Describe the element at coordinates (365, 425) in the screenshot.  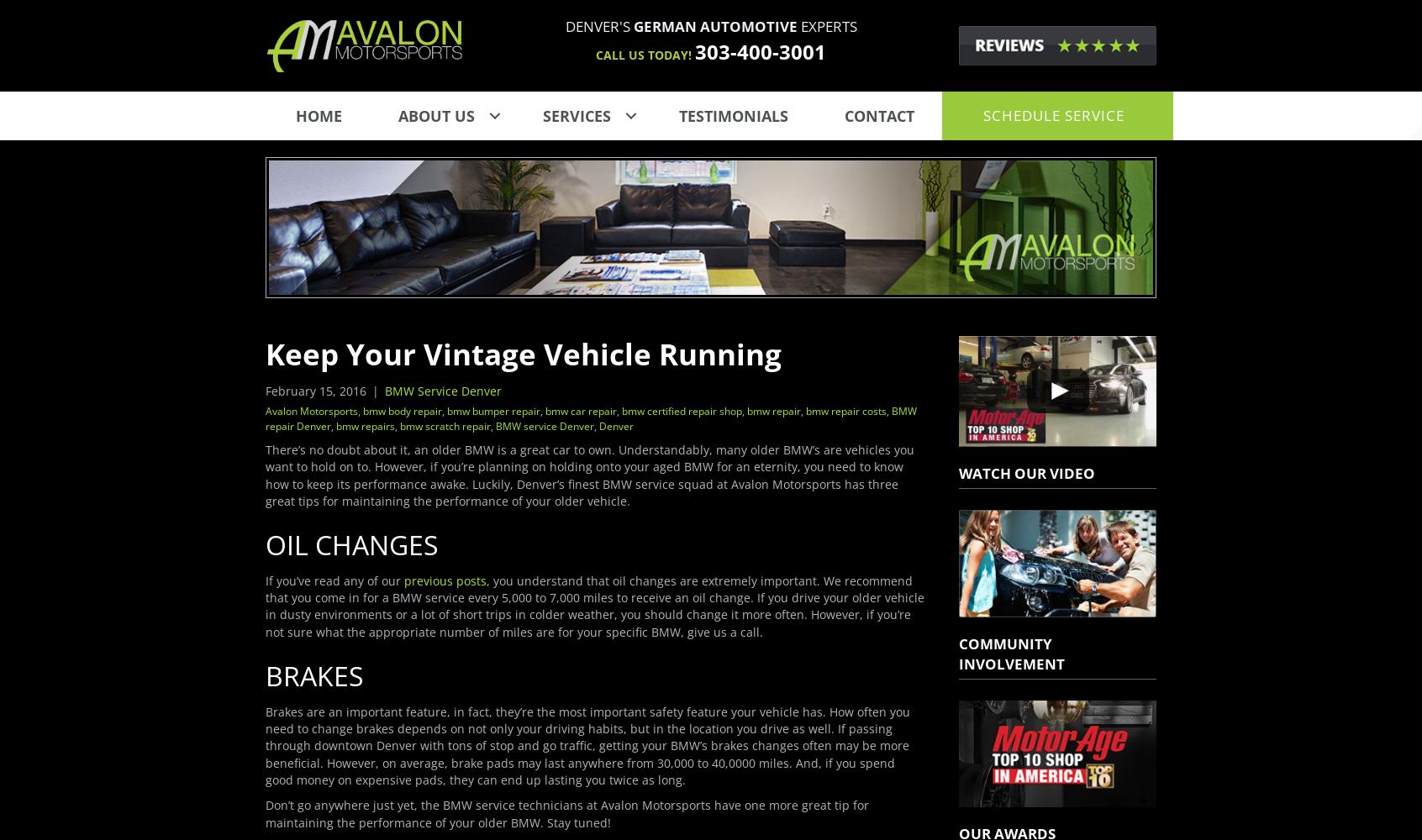
I see `'bmw repairs'` at that location.